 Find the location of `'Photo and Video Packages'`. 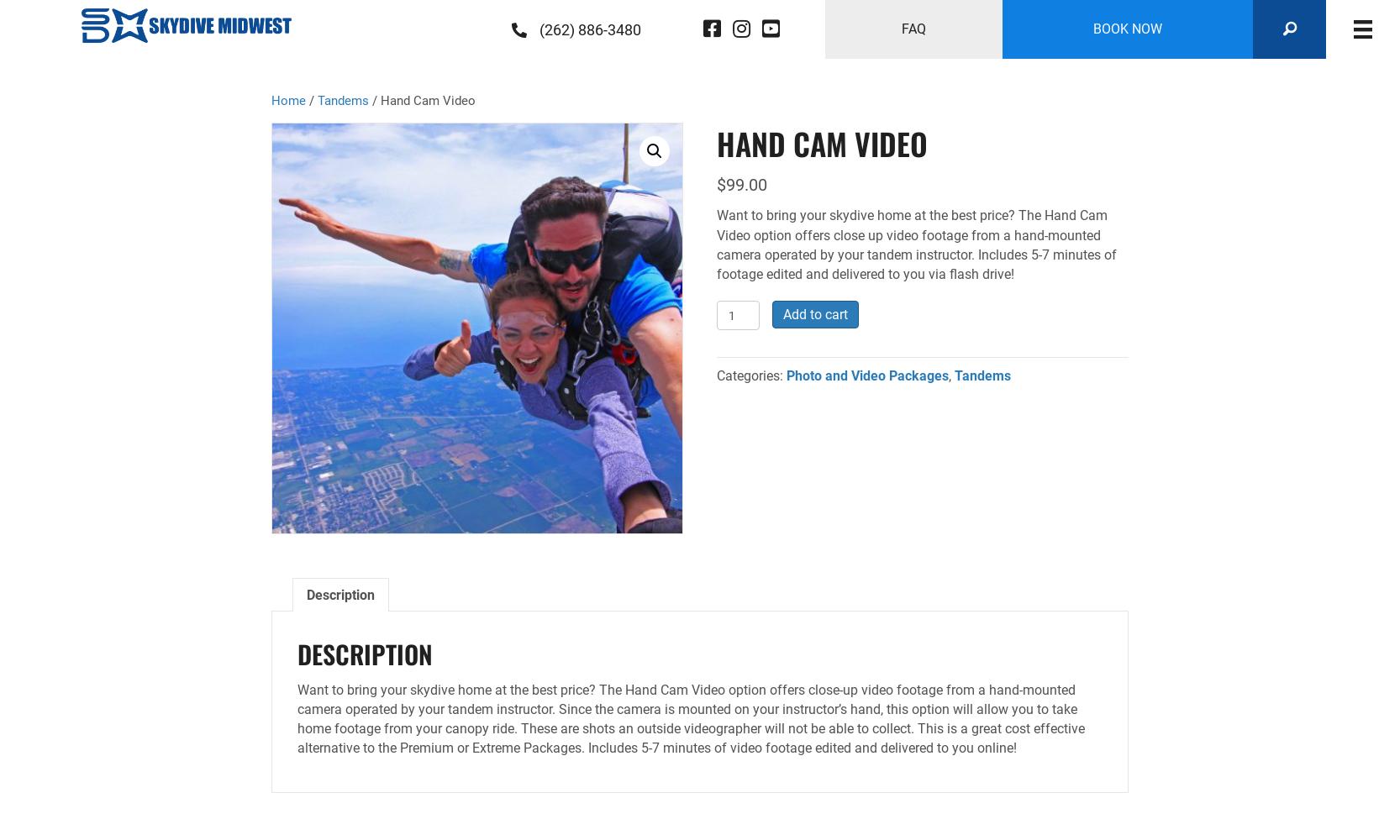

'Photo and Video Packages' is located at coordinates (785, 375).